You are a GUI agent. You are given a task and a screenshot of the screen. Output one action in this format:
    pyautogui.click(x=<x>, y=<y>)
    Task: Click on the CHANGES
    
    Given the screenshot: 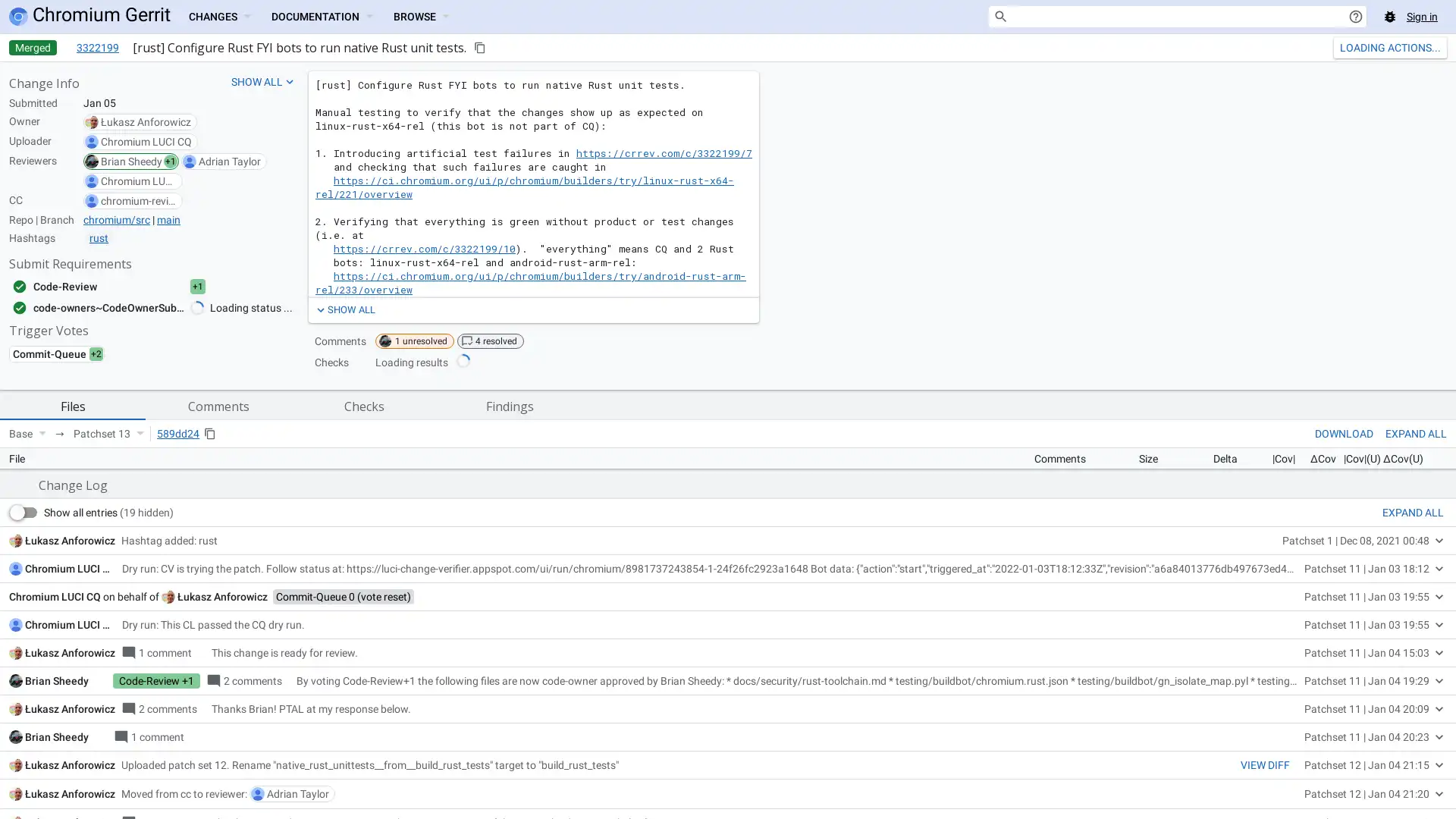 What is the action you would take?
    pyautogui.click(x=218, y=17)
    